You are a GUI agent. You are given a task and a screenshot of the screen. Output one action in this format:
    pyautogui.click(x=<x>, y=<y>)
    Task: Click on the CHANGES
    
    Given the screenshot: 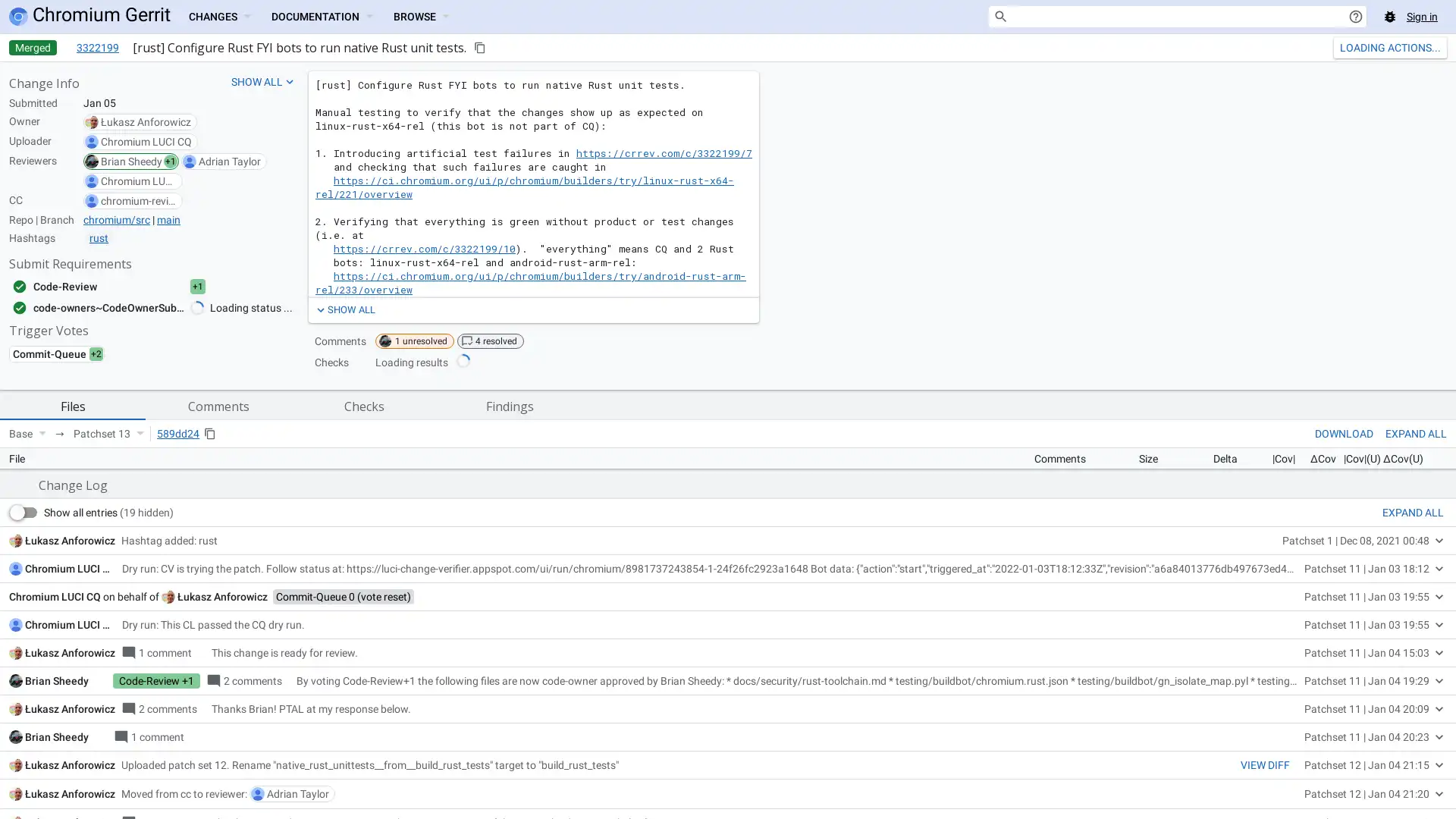 What is the action you would take?
    pyautogui.click(x=218, y=17)
    